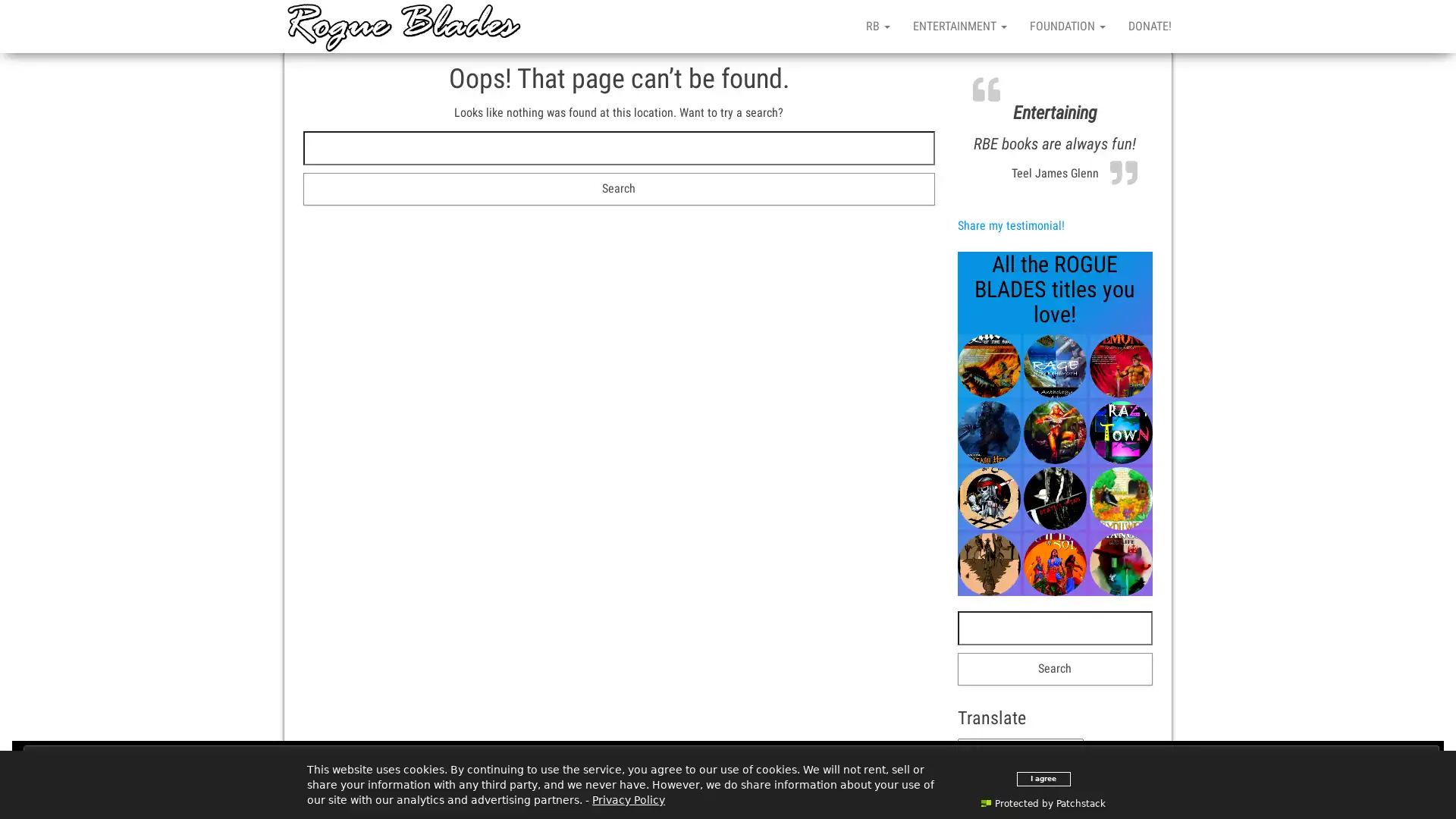 This screenshot has height=819, width=1456. I want to click on Search, so click(1054, 667).